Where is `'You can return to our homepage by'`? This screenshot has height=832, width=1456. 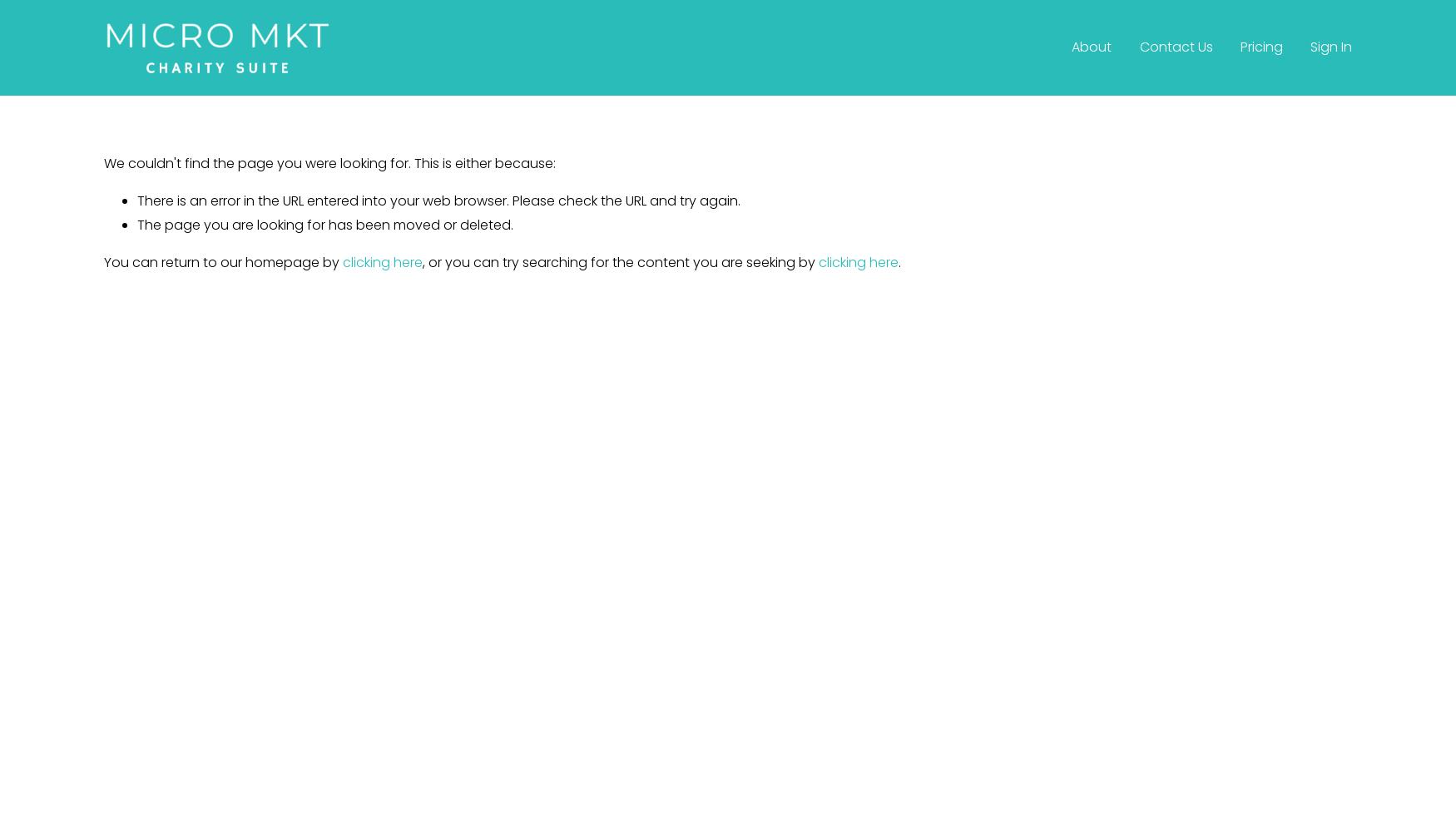 'You can return to our homepage by' is located at coordinates (222, 260).